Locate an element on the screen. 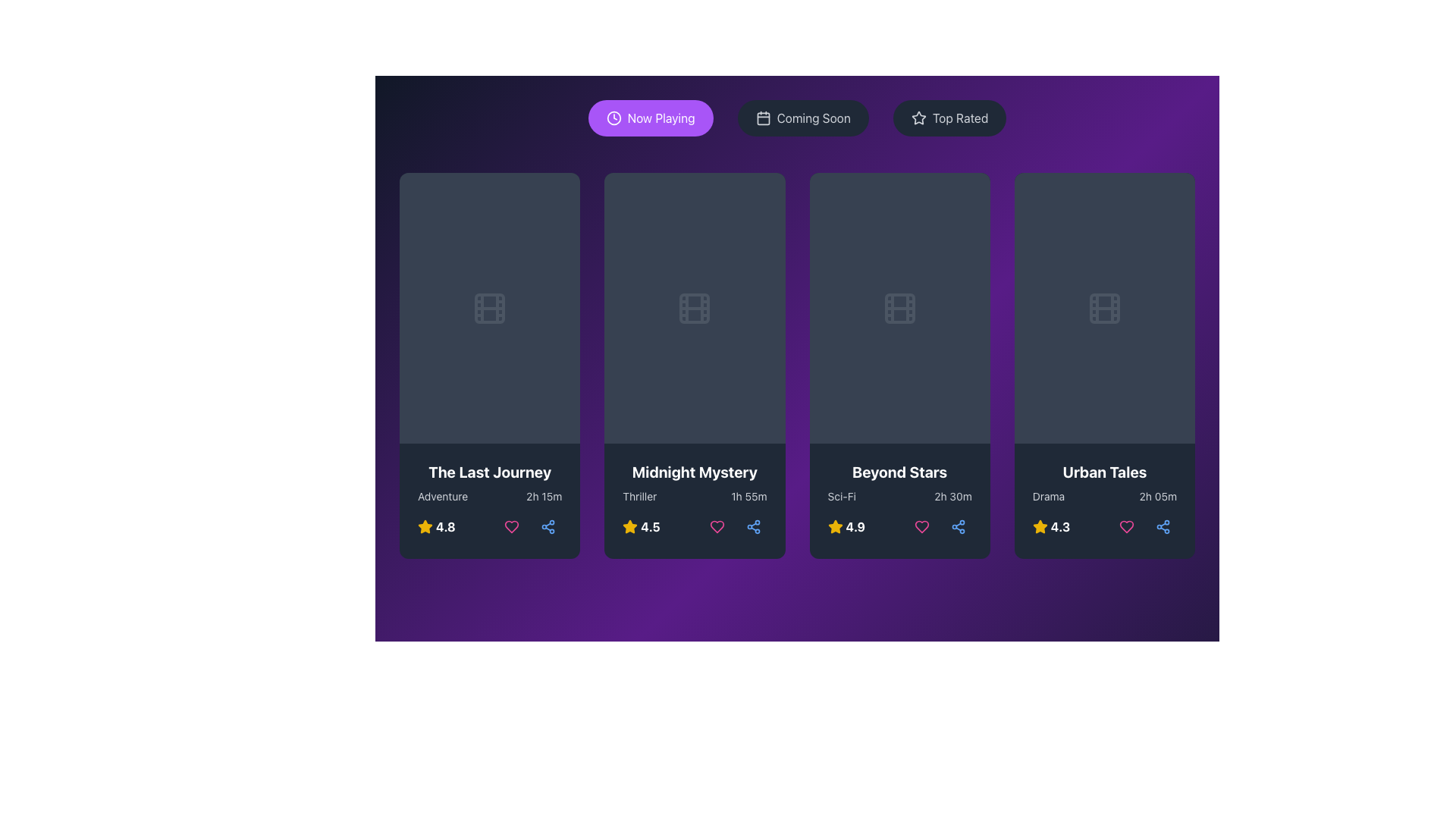 This screenshot has width=1456, height=819. rating value displayed in the text label located at the bottom of the movie card for 'Beyond Stars', adjacent to the star icon is located at coordinates (855, 526).